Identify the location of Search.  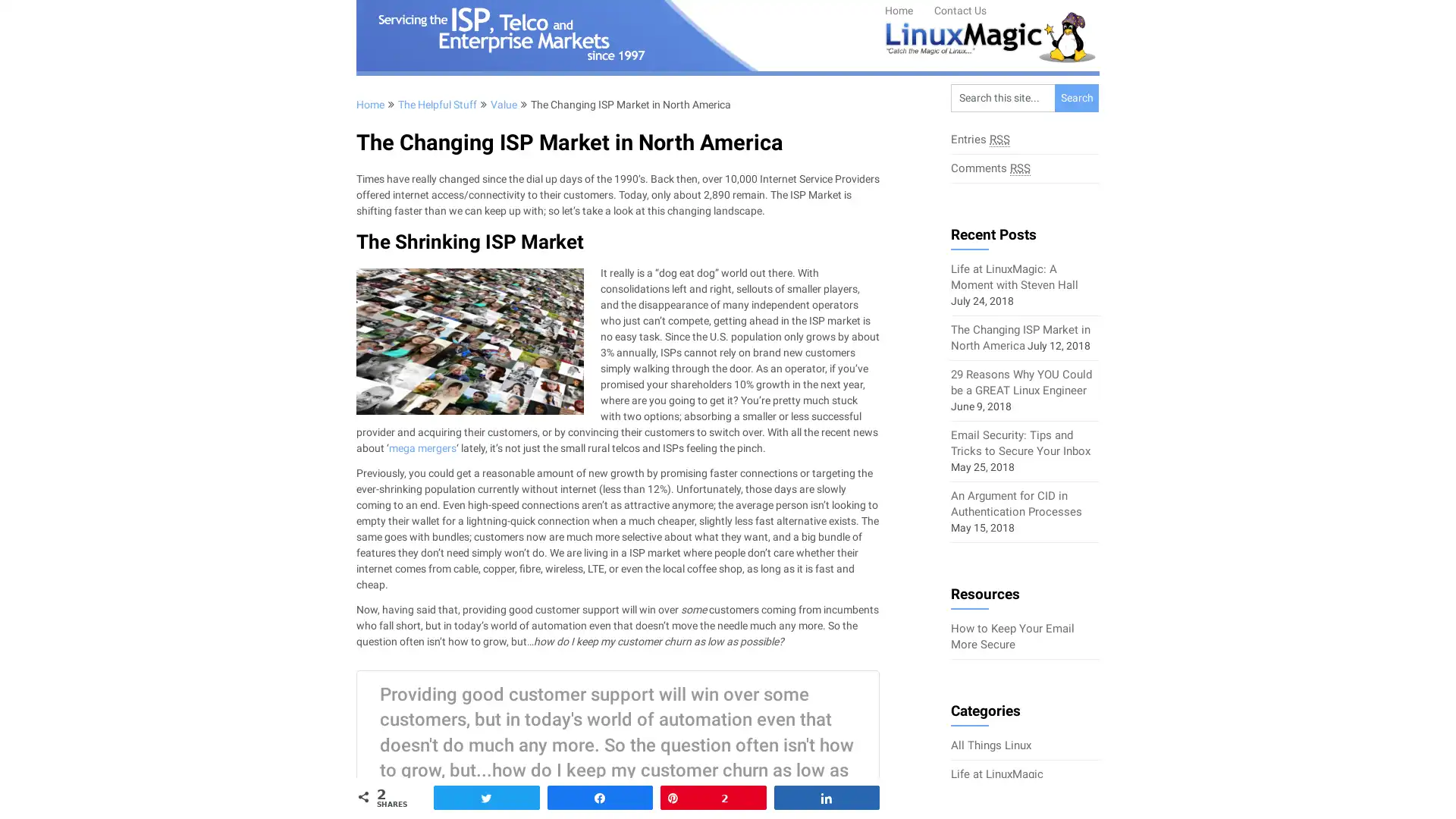
(1076, 97).